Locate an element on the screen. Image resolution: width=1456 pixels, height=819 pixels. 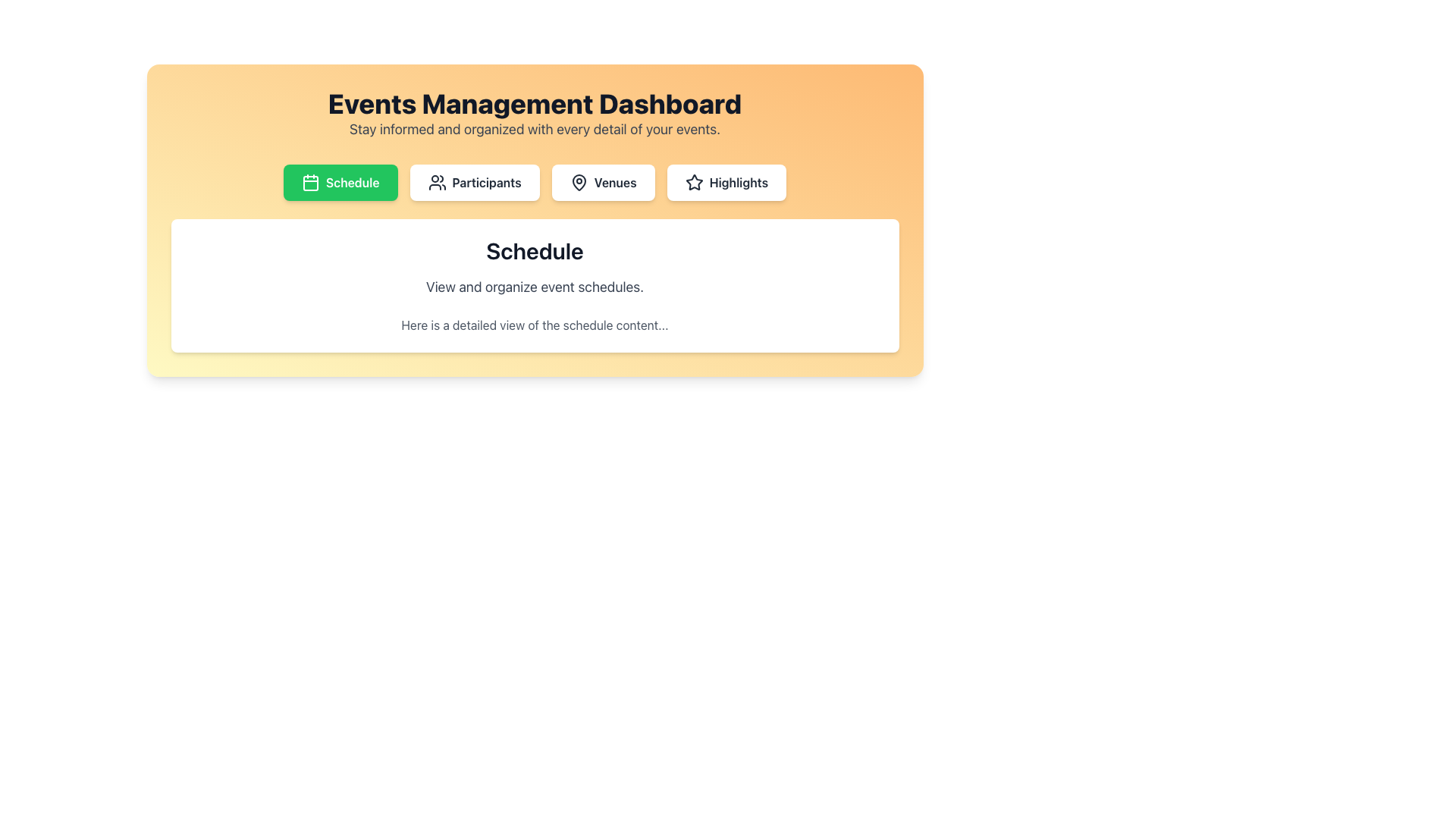
the 'Venues' text label in bold black font, located in the third slot of four horizontally-aligned buttons in the menu bar is located at coordinates (615, 181).